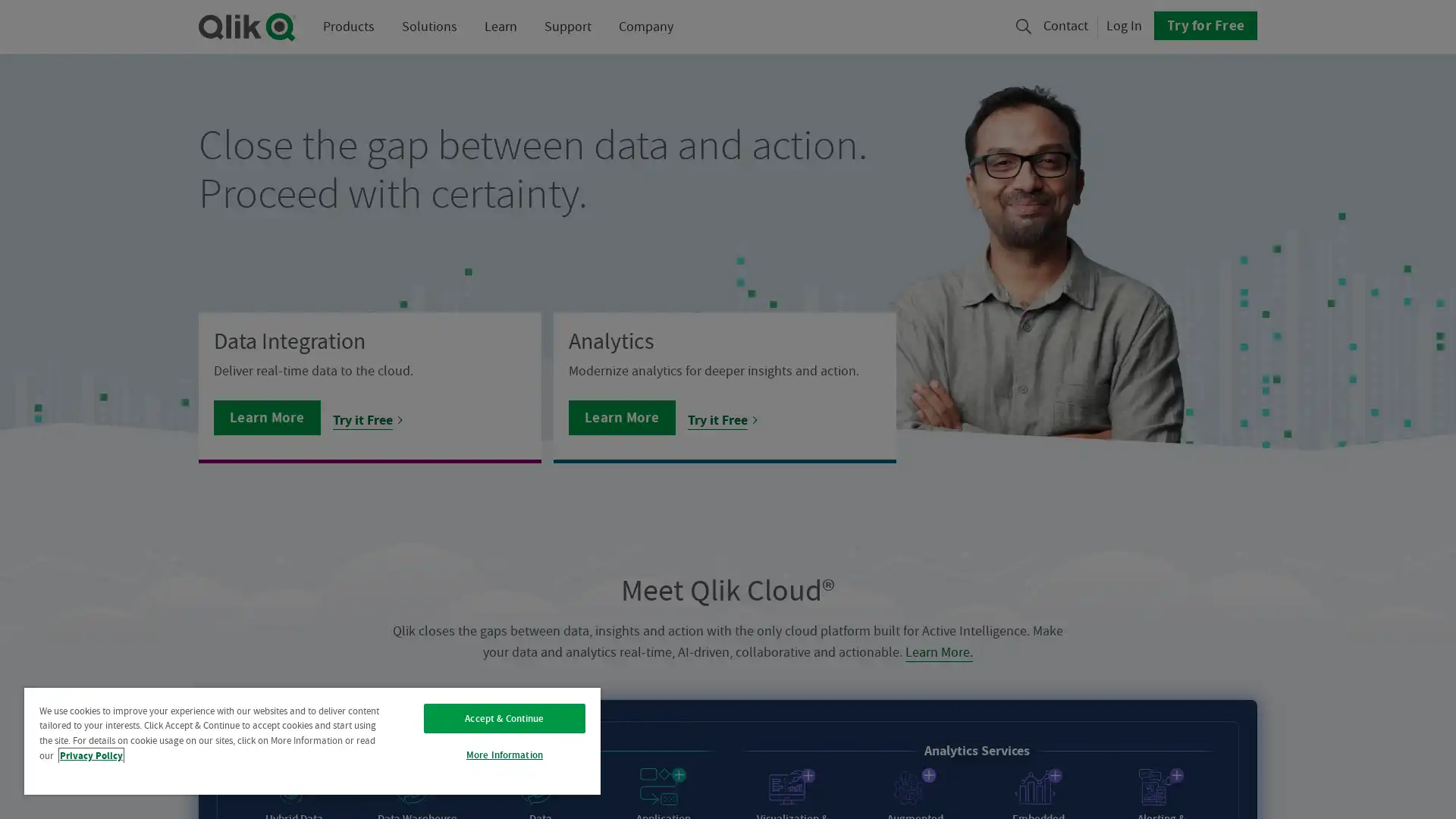  Describe the element at coordinates (504, 717) in the screenshot. I see `Accept & Continue` at that location.